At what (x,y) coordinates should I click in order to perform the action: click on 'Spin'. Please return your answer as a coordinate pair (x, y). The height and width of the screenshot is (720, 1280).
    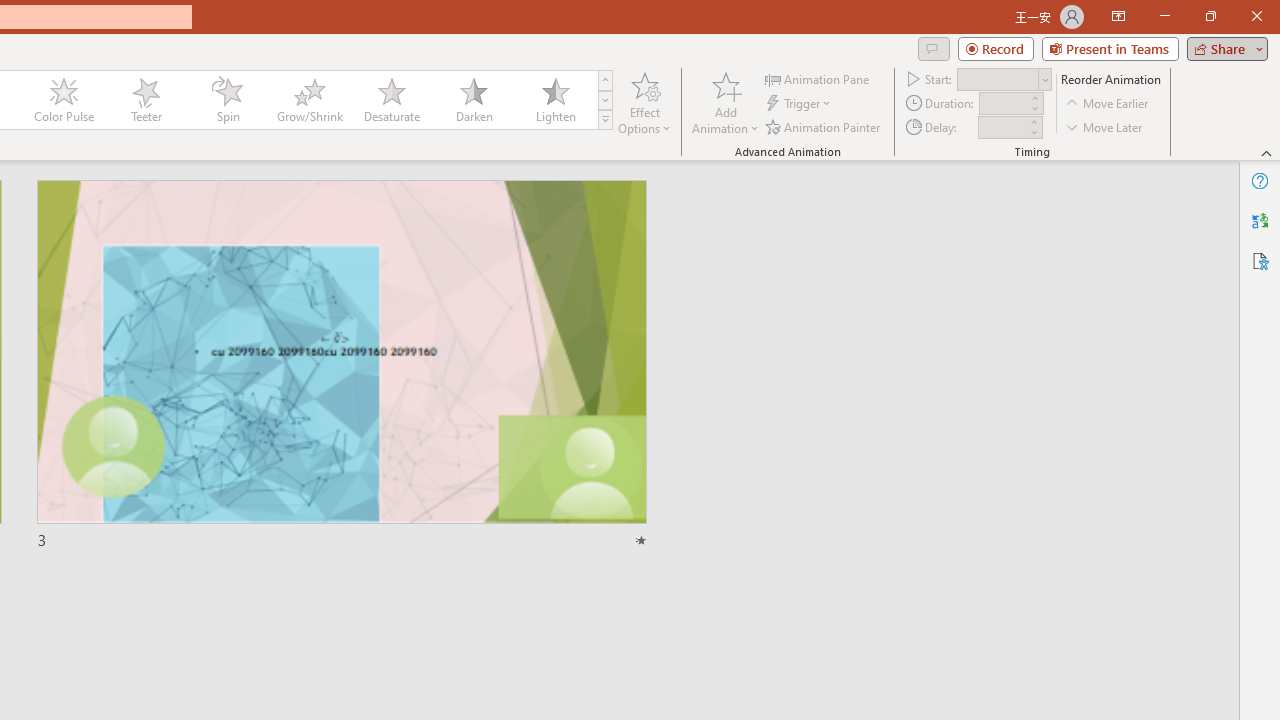
    Looking at the image, I should click on (227, 100).